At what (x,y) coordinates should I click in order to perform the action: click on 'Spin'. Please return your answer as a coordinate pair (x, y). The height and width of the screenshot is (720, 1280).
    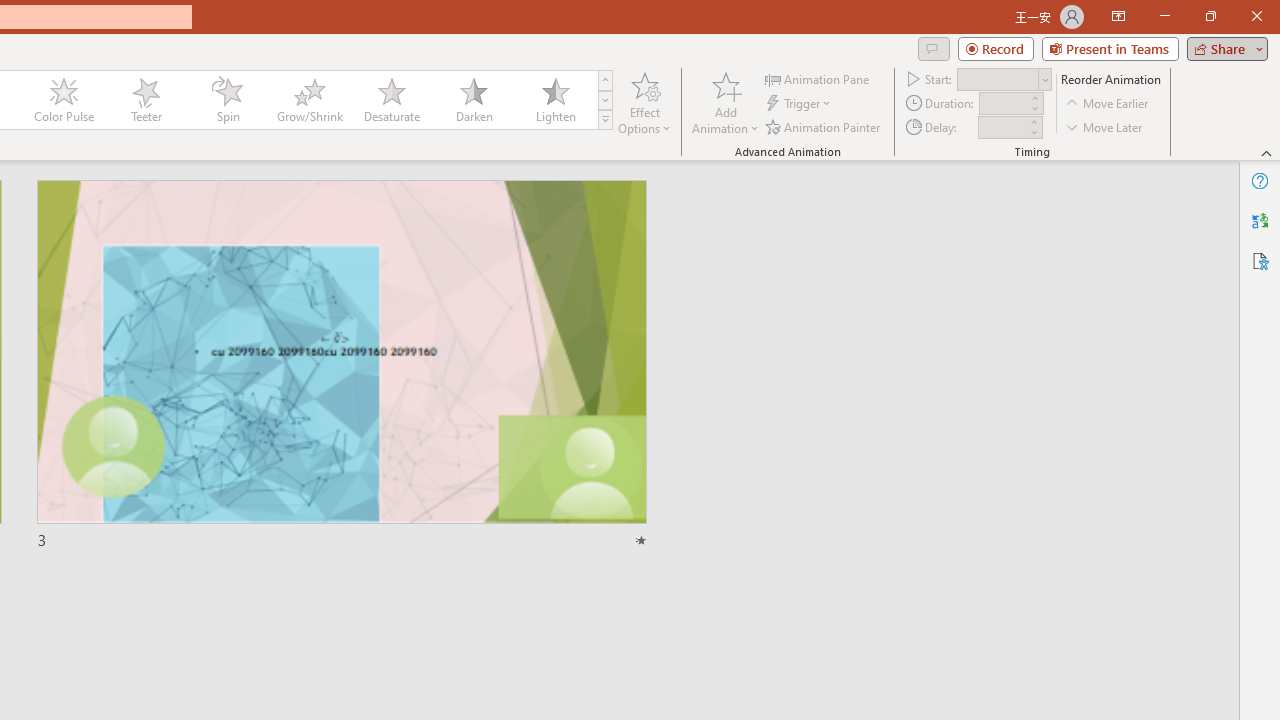
    Looking at the image, I should click on (227, 100).